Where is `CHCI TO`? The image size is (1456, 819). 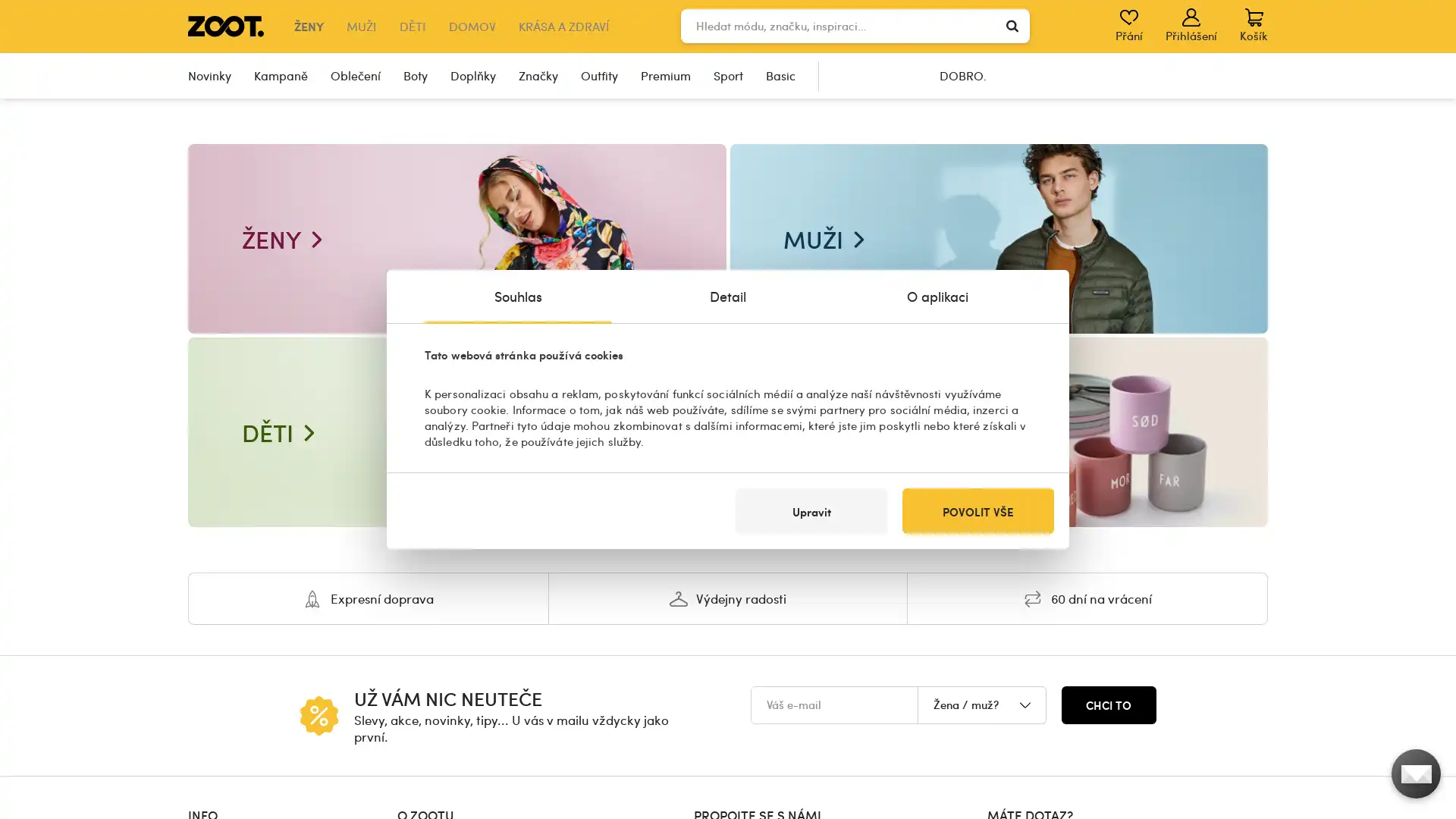
CHCI TO is located at coordinates (1109, 704).